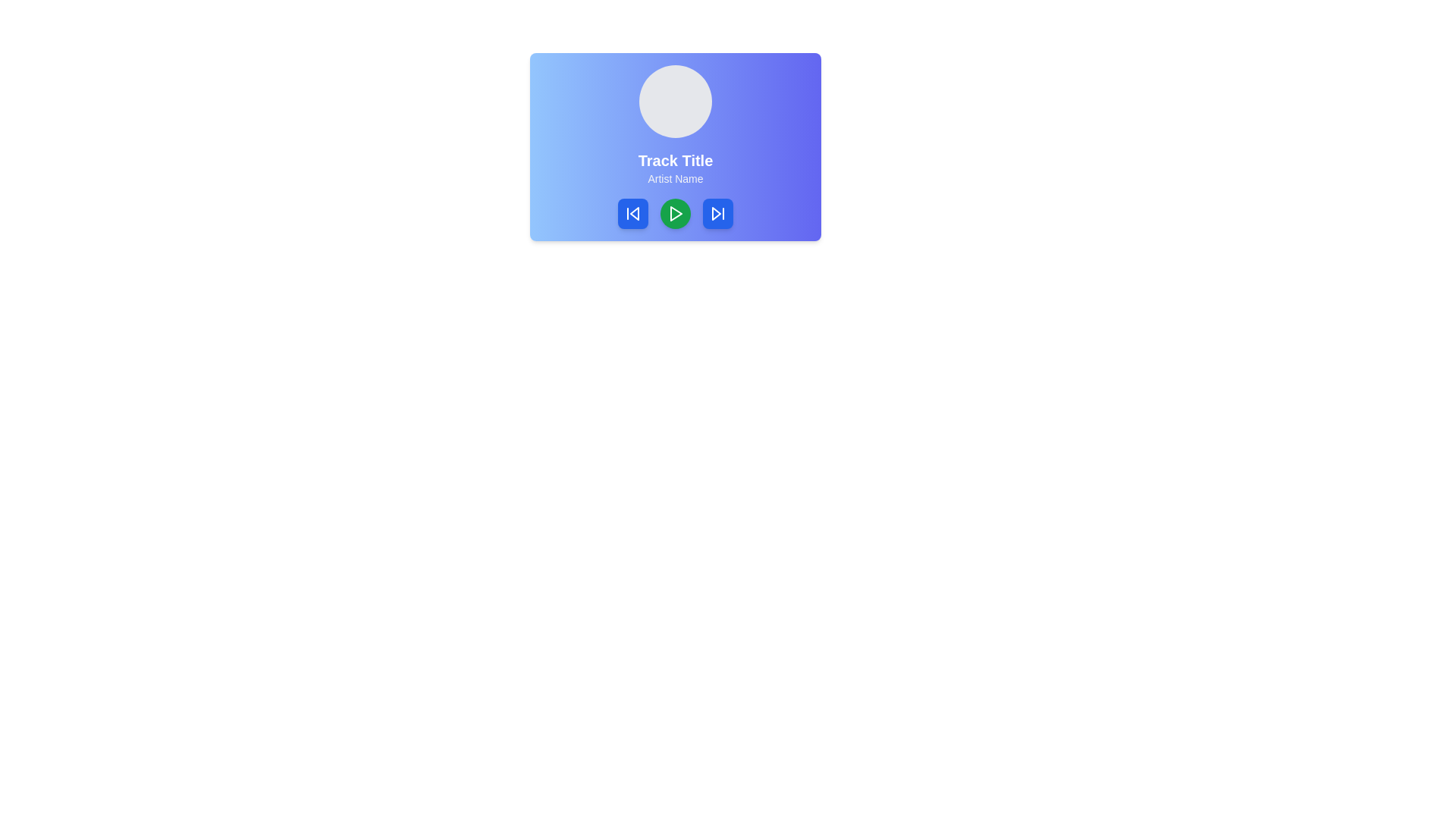  Describe the element at coordinates (634, 213) in the screenshot. I see `the 'previous' button, which is the second button` at that location.